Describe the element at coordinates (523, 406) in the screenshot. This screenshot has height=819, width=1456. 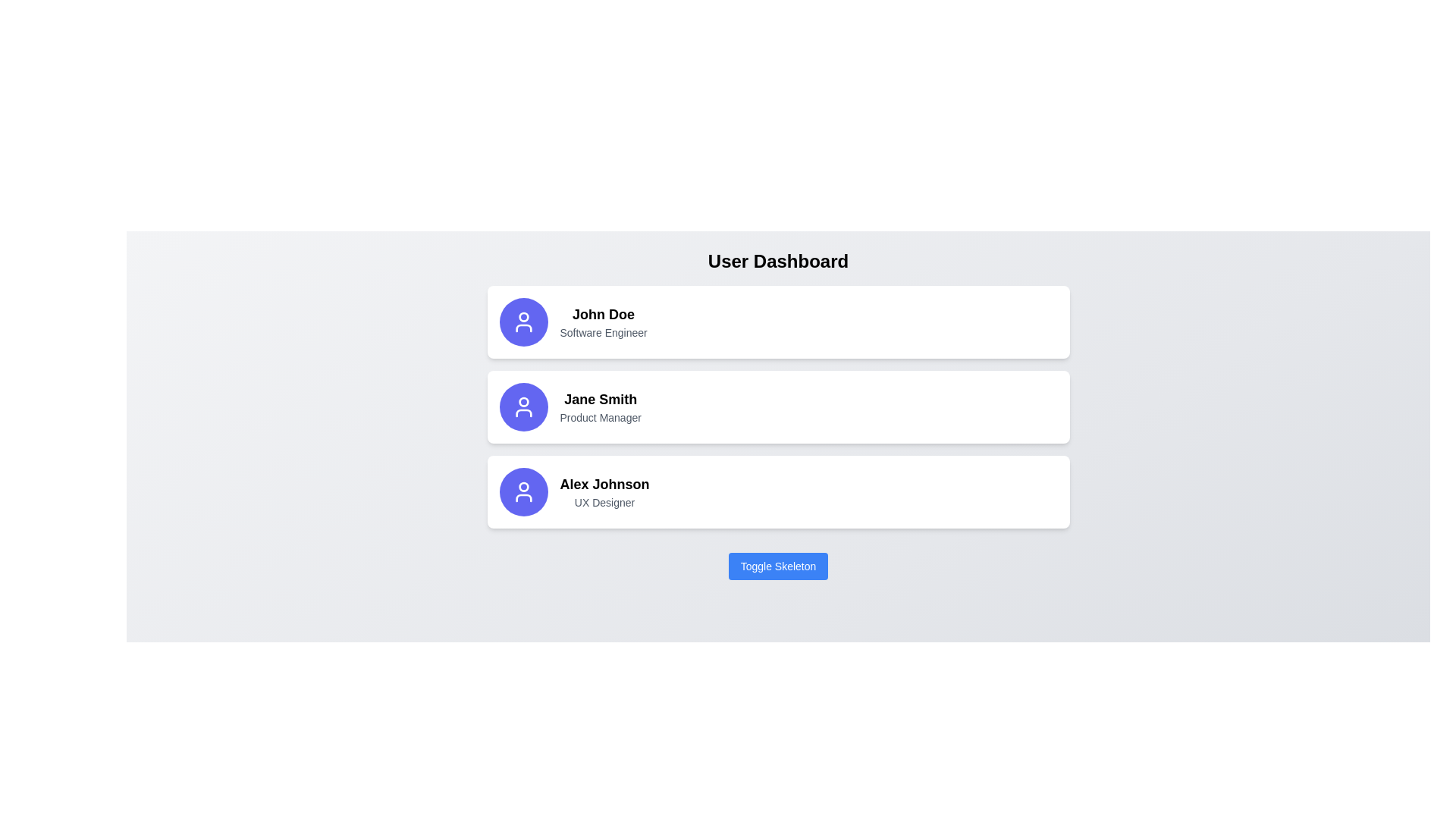
I see `user avatar image representing 'Jane Smith' located at the left end of the middle card among three vertically aligned cards` at that location.